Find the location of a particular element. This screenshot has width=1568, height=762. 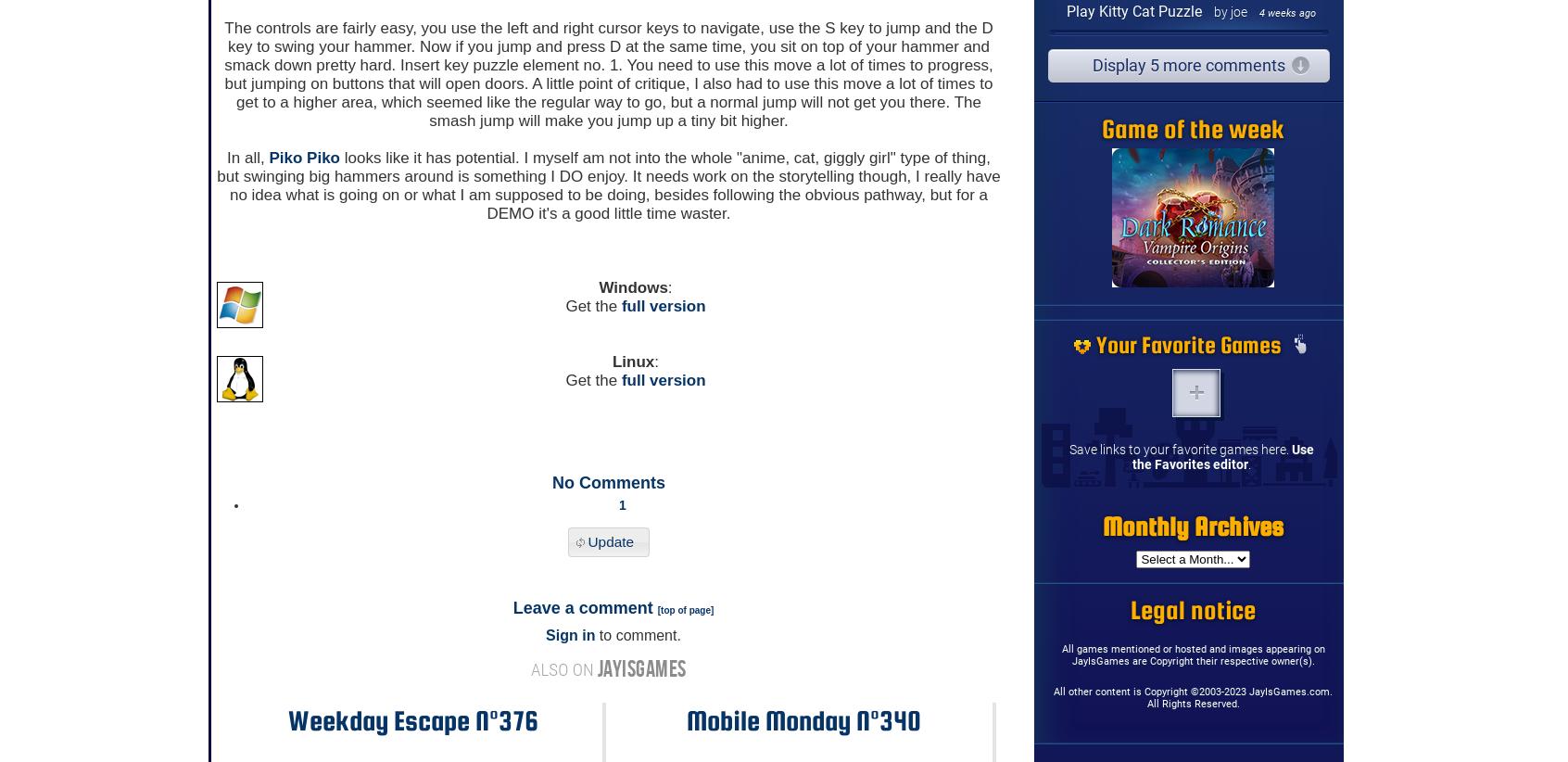

'1' is located at coordinates (619, 504).